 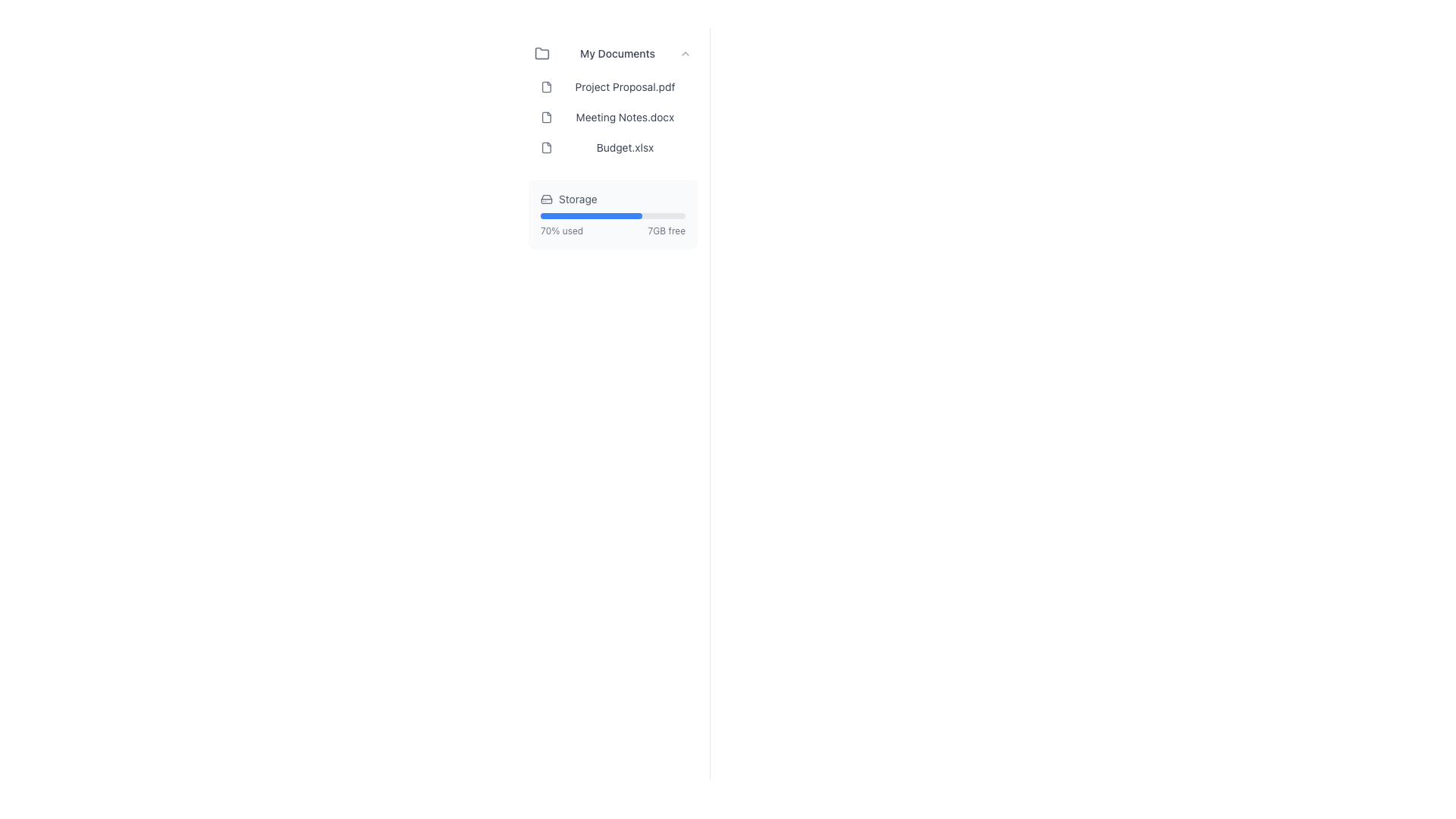 I want to click on the blue progress bar segment representing 70% completion in the 'Storage' section of the interface, so click(x=590, y=216).